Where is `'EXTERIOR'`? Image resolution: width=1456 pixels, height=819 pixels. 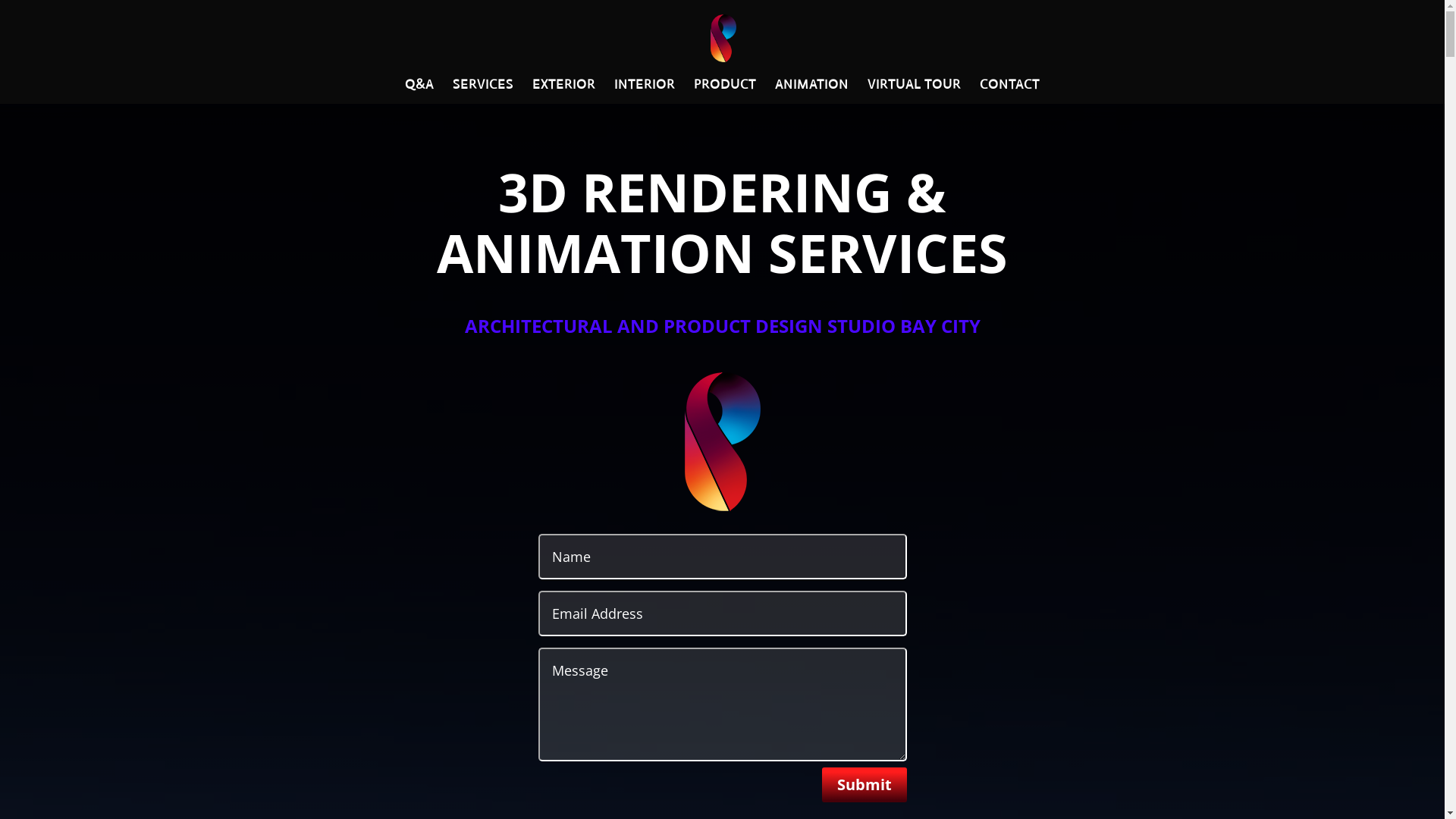
'EXTERIOR' is located at coordinates (563, 91).